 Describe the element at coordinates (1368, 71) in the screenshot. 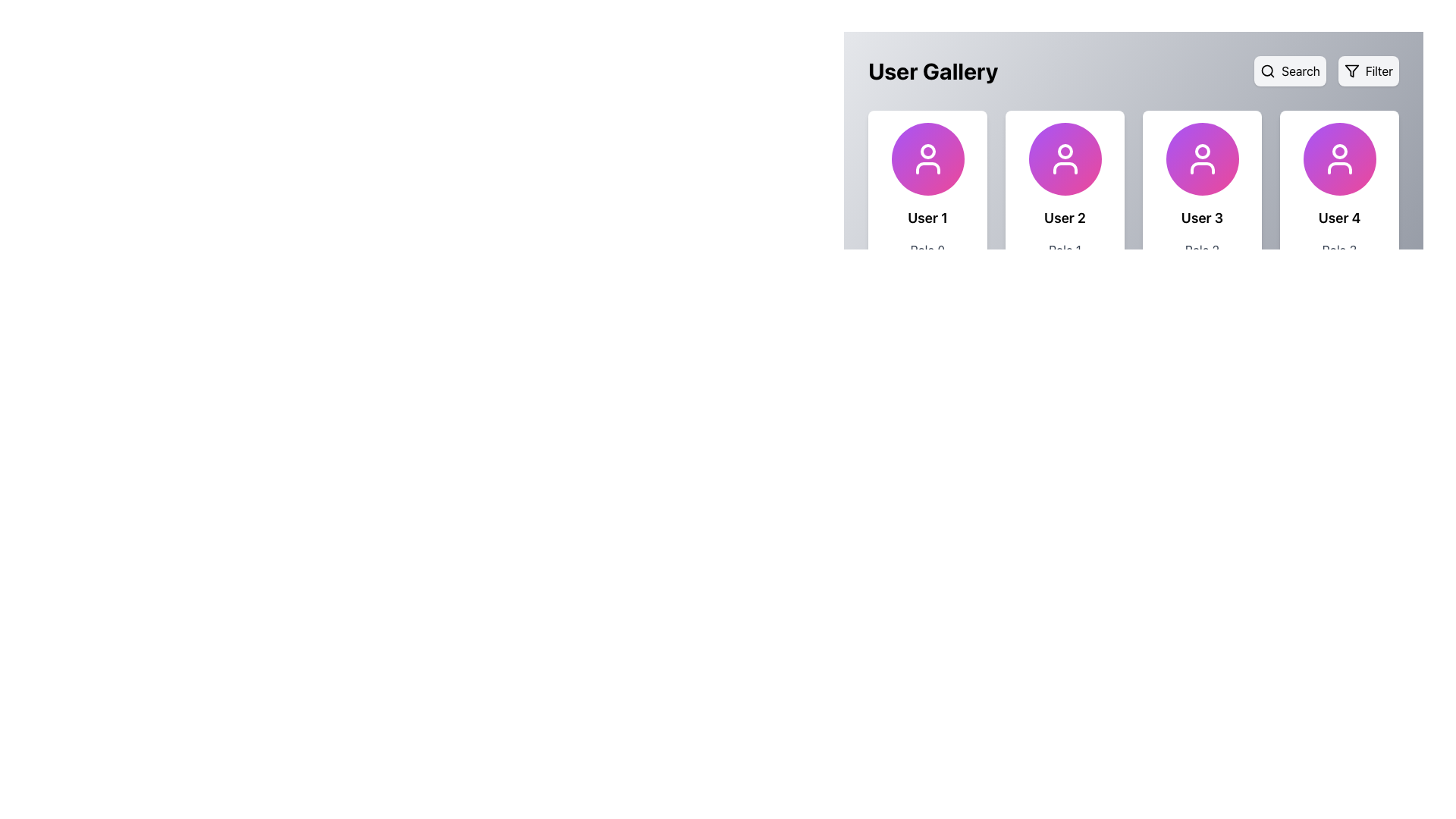

I see `the filtering button located at the top-right corner of the interface, adjacent to the 'Search' button` at that location.